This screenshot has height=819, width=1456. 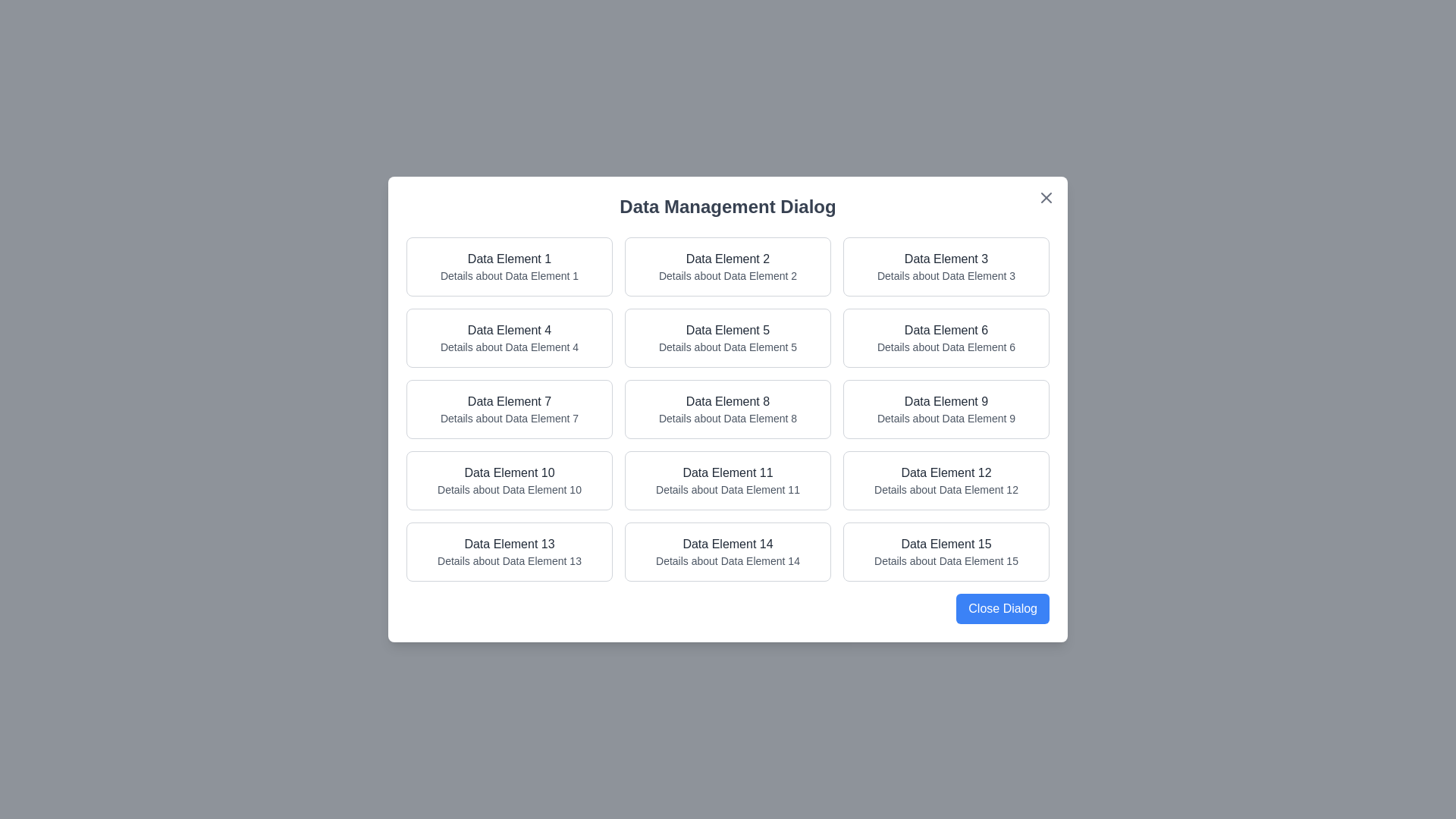 What do you see at coordinates (1003, 607) in the screenshot?
I see `the 'Close Dialog' button to close the dialog` at bounding box center [1003, 607].